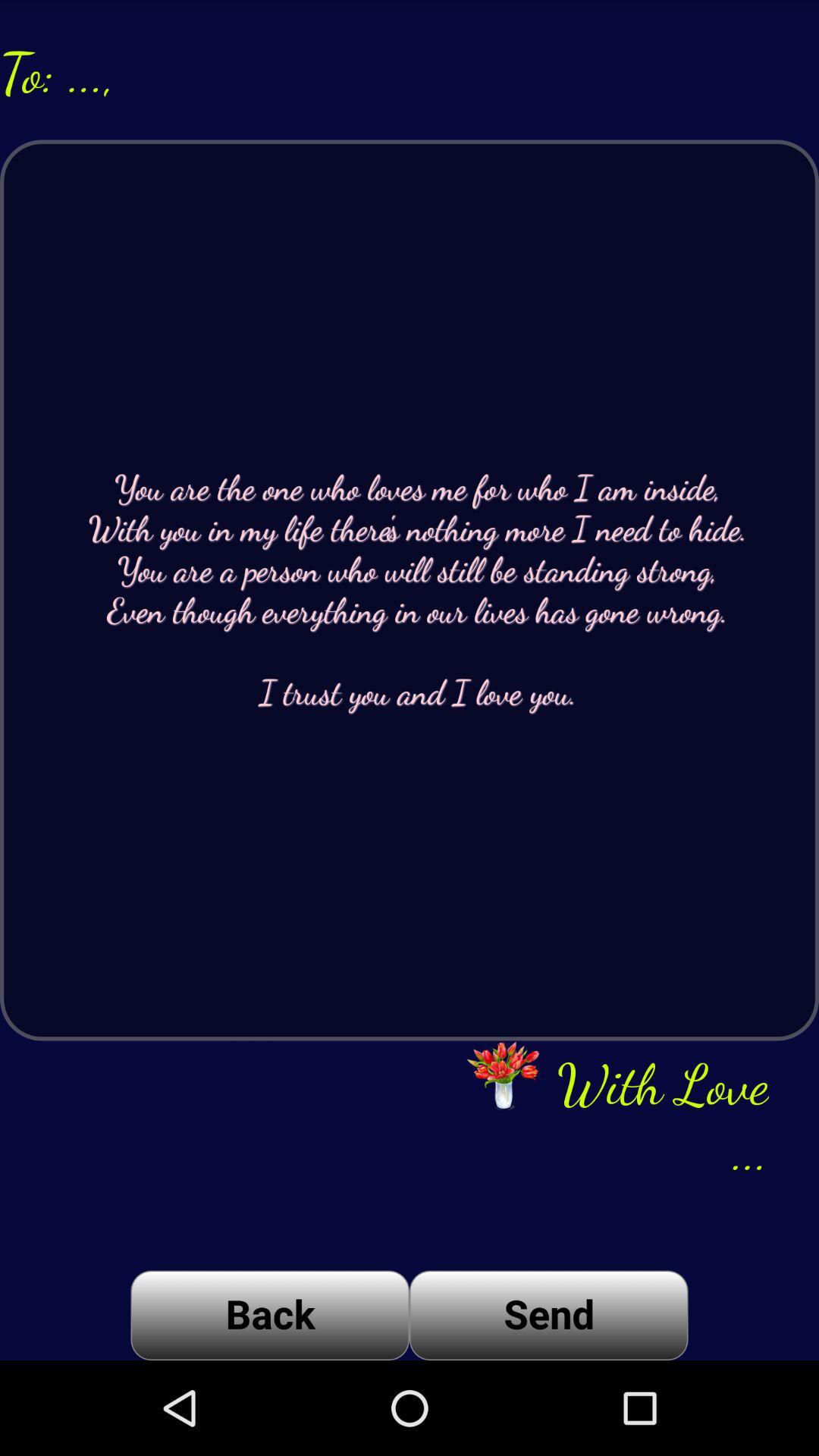 The width and height of the screenshot is (819, 1456). Describe the element at coordinates (548, 1314) in the screenshot. I see `the send icon` at that location.